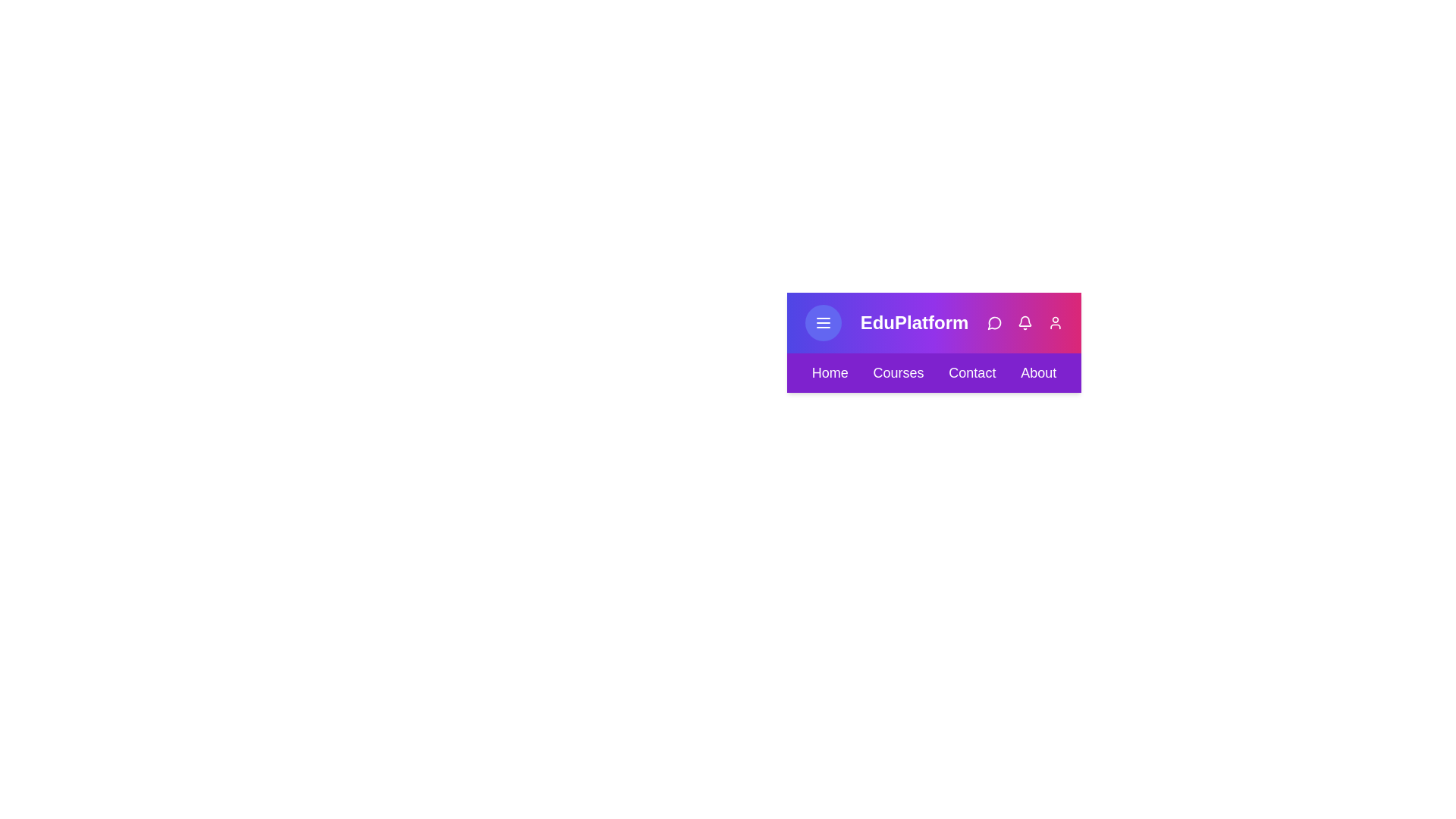  I want to click on the Home navigation menu item, so click(829, 373).